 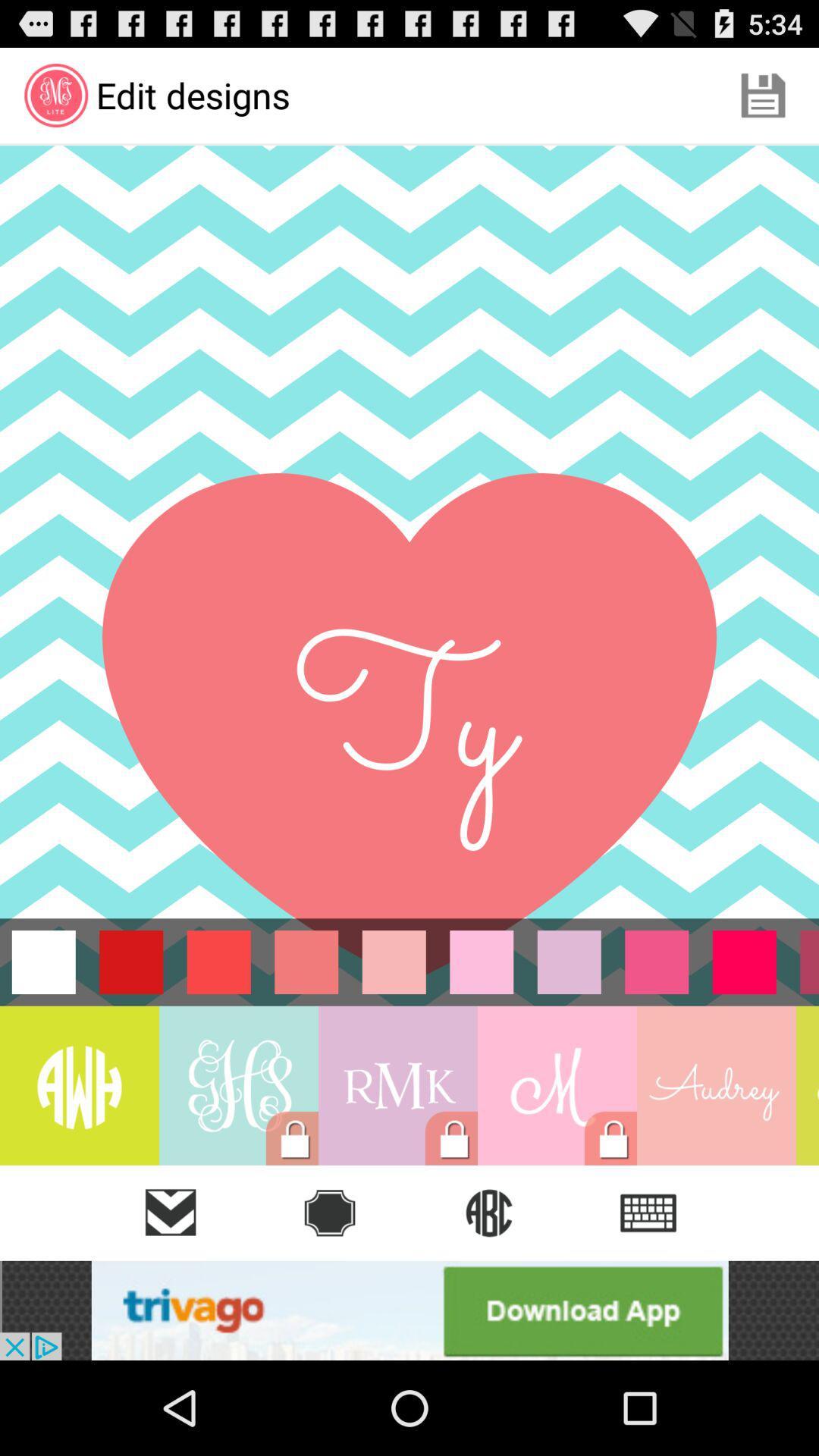 I want to click on on rmk lock icon box which is left side of m symbol, so click(x=397, y=1084).